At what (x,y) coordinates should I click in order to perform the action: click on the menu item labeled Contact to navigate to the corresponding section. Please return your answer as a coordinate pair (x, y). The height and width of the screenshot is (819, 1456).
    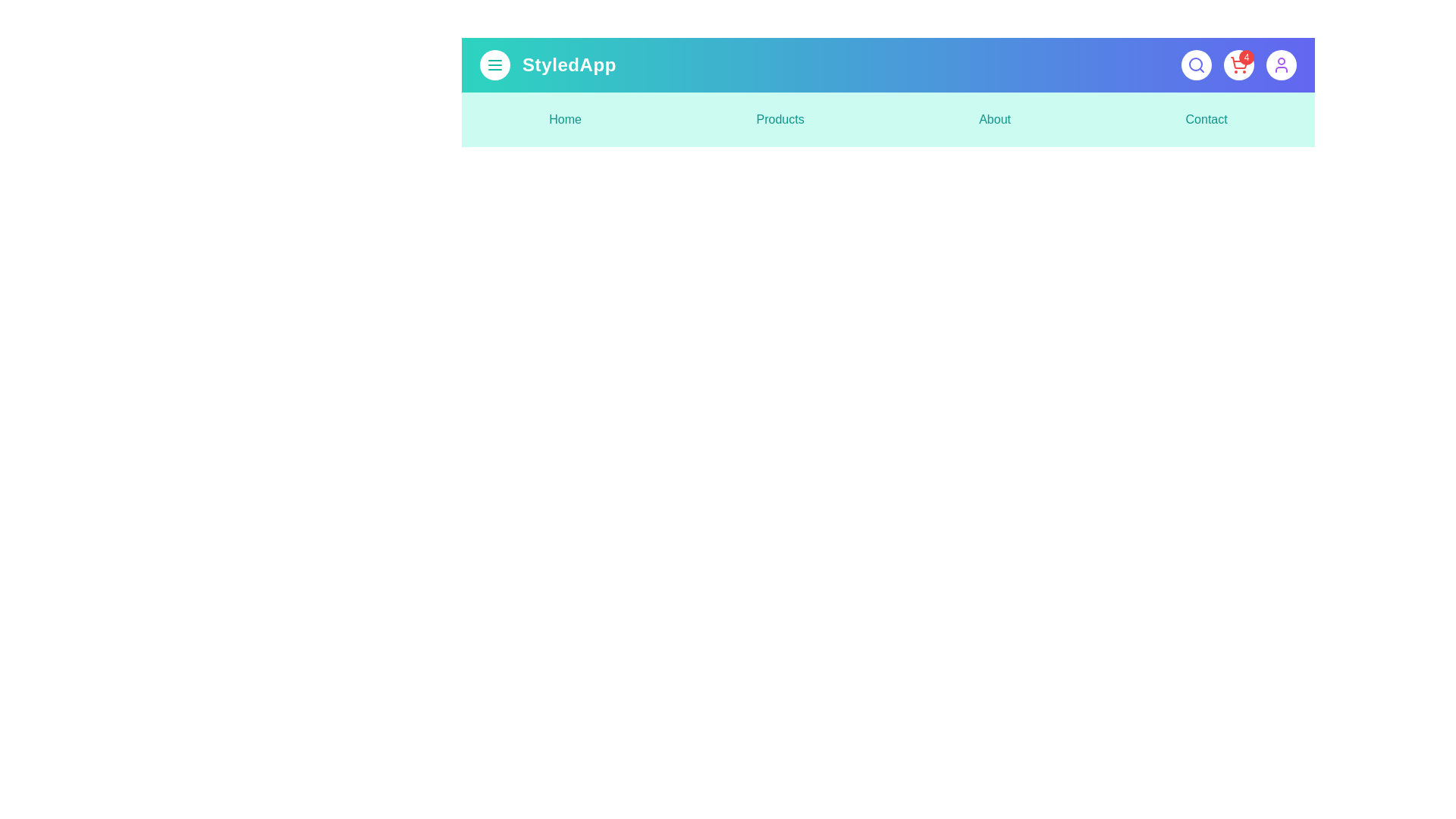
    Looking at the image, I should click on (1205, 119).